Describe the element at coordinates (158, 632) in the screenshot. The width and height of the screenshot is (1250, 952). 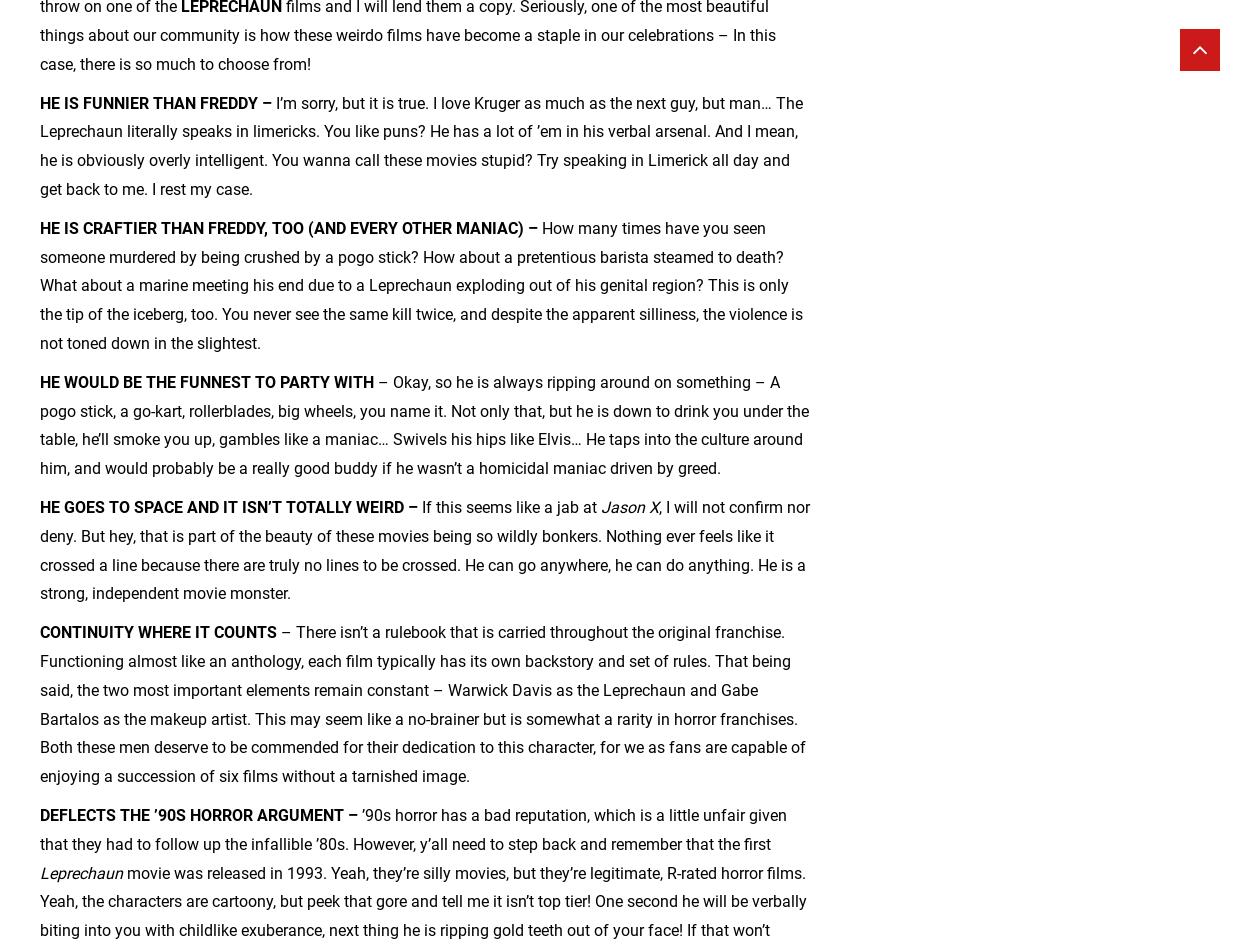
I see `'CONTINUITY WHERE IT COUNTS'` at that location.